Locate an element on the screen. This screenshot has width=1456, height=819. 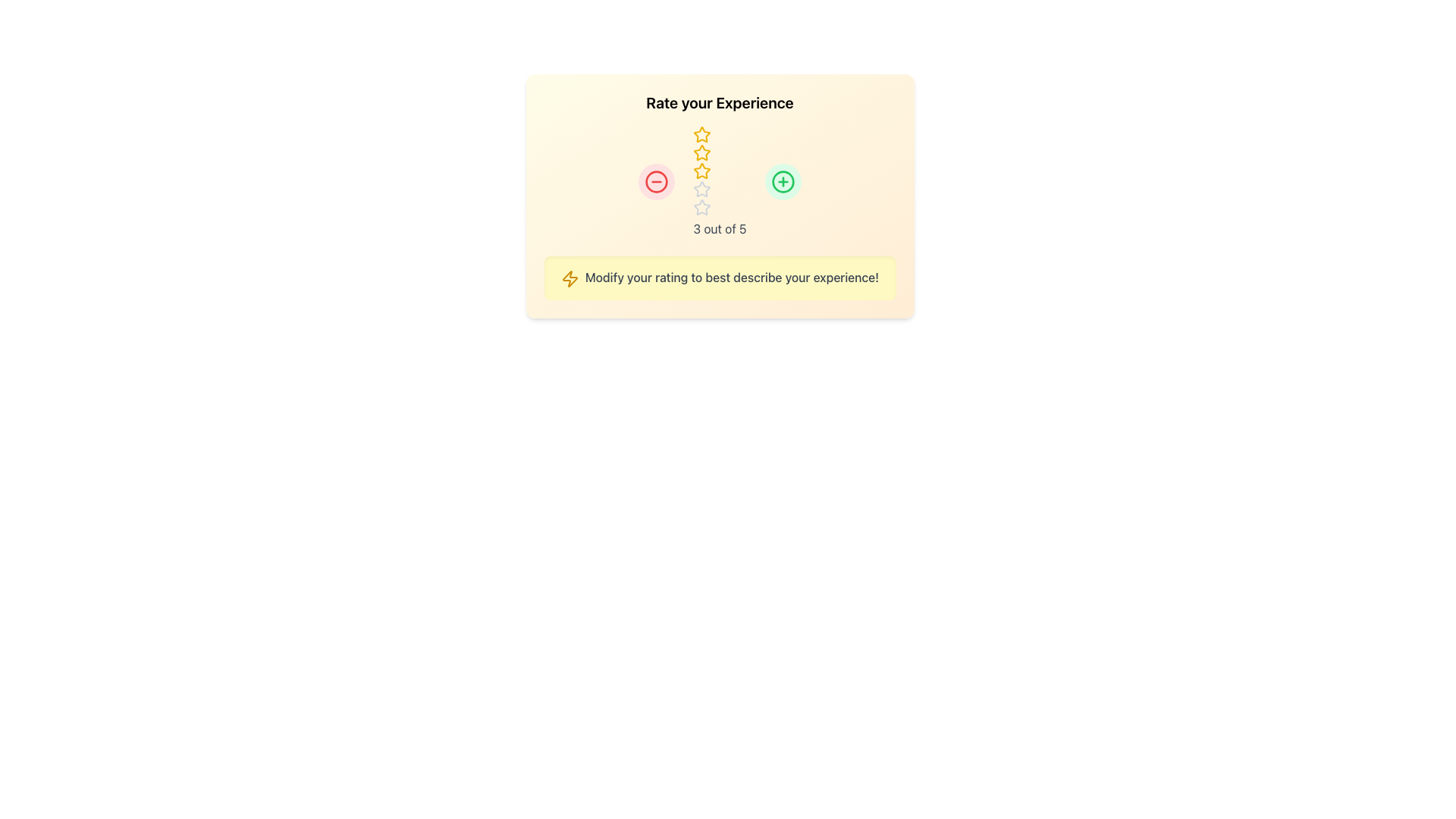
the rounded red button located in the middle section of the rating interface is located at coordinates (657, 180).